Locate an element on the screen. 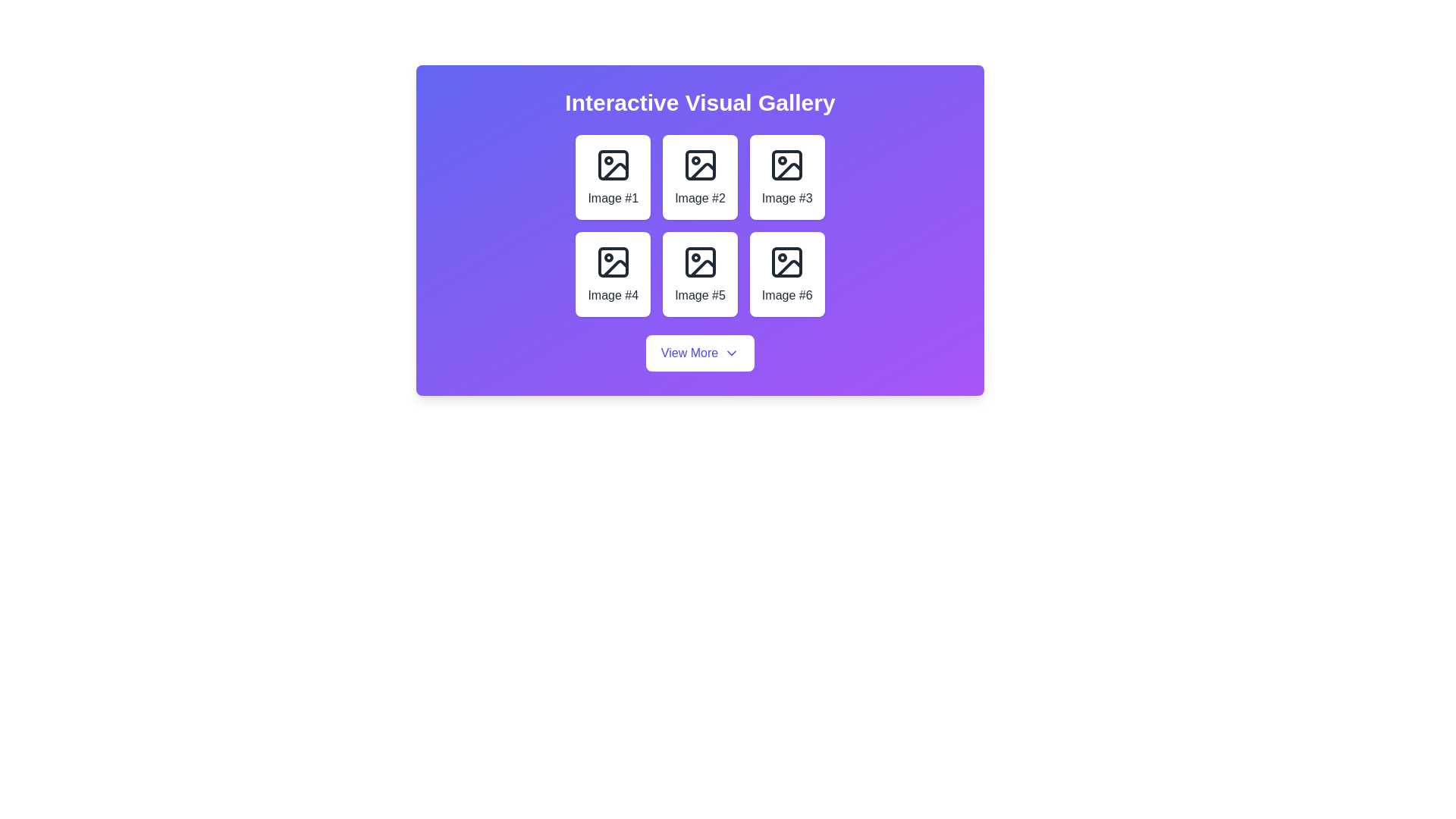  the rounded rectangle shape located at the top-left inside the image illustration of 'Image #1' is located at coordinates (613, 165).